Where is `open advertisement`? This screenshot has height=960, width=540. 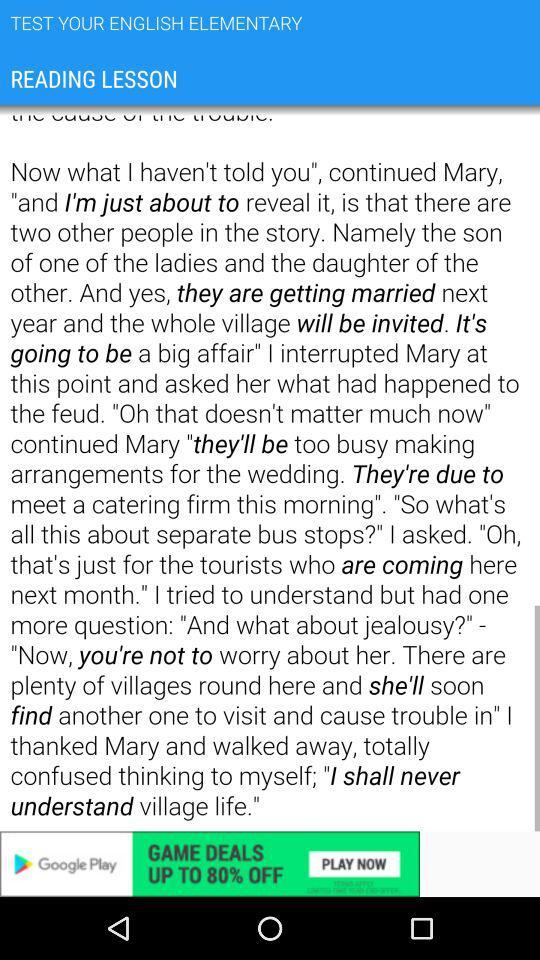 open advertisement is located at coordinates (270, 863).